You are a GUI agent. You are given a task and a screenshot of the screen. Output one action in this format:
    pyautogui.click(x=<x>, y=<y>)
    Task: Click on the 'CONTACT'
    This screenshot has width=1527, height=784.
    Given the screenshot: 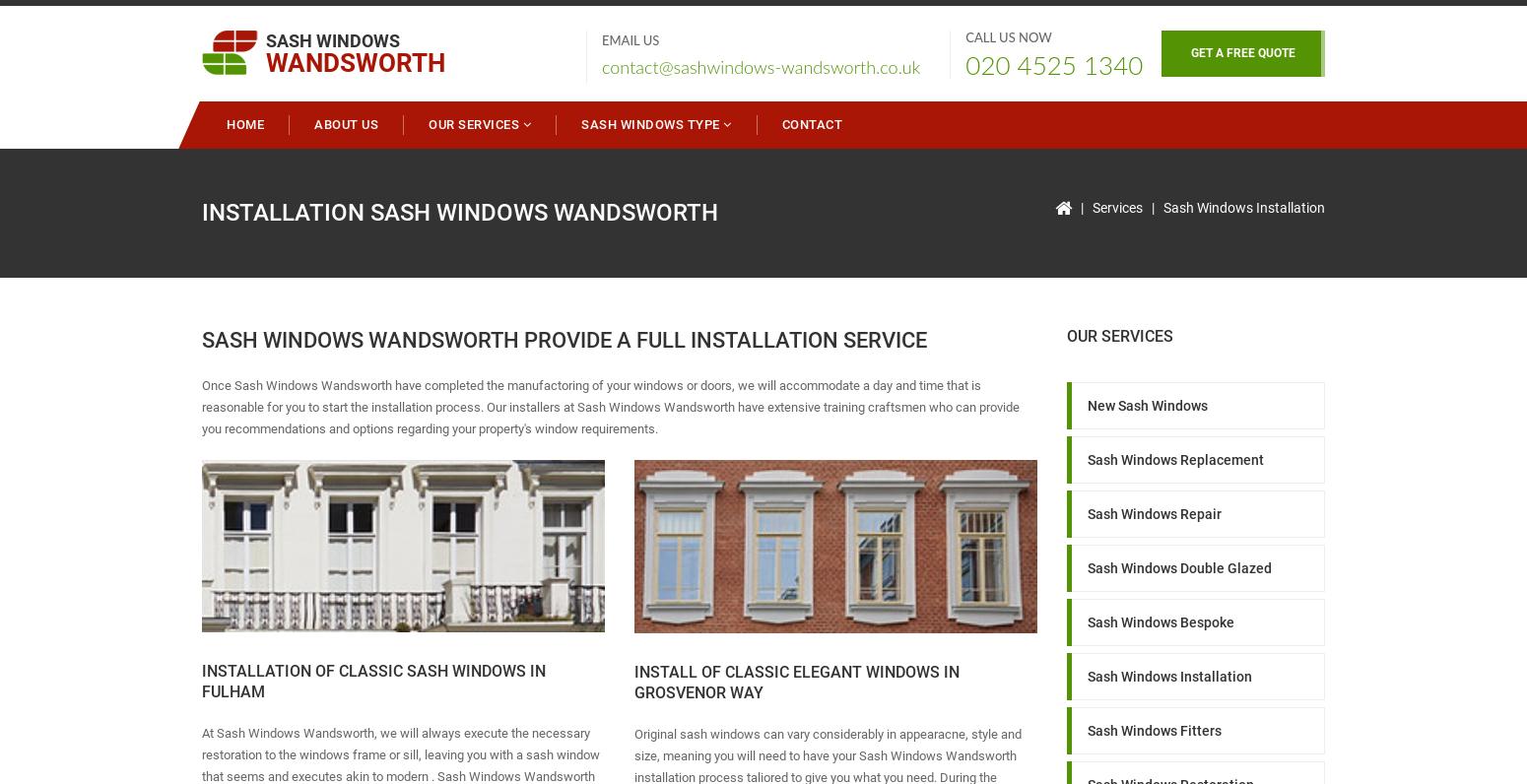 What is the action you would take?
    pyautogui.click(x=810, y=124)
    